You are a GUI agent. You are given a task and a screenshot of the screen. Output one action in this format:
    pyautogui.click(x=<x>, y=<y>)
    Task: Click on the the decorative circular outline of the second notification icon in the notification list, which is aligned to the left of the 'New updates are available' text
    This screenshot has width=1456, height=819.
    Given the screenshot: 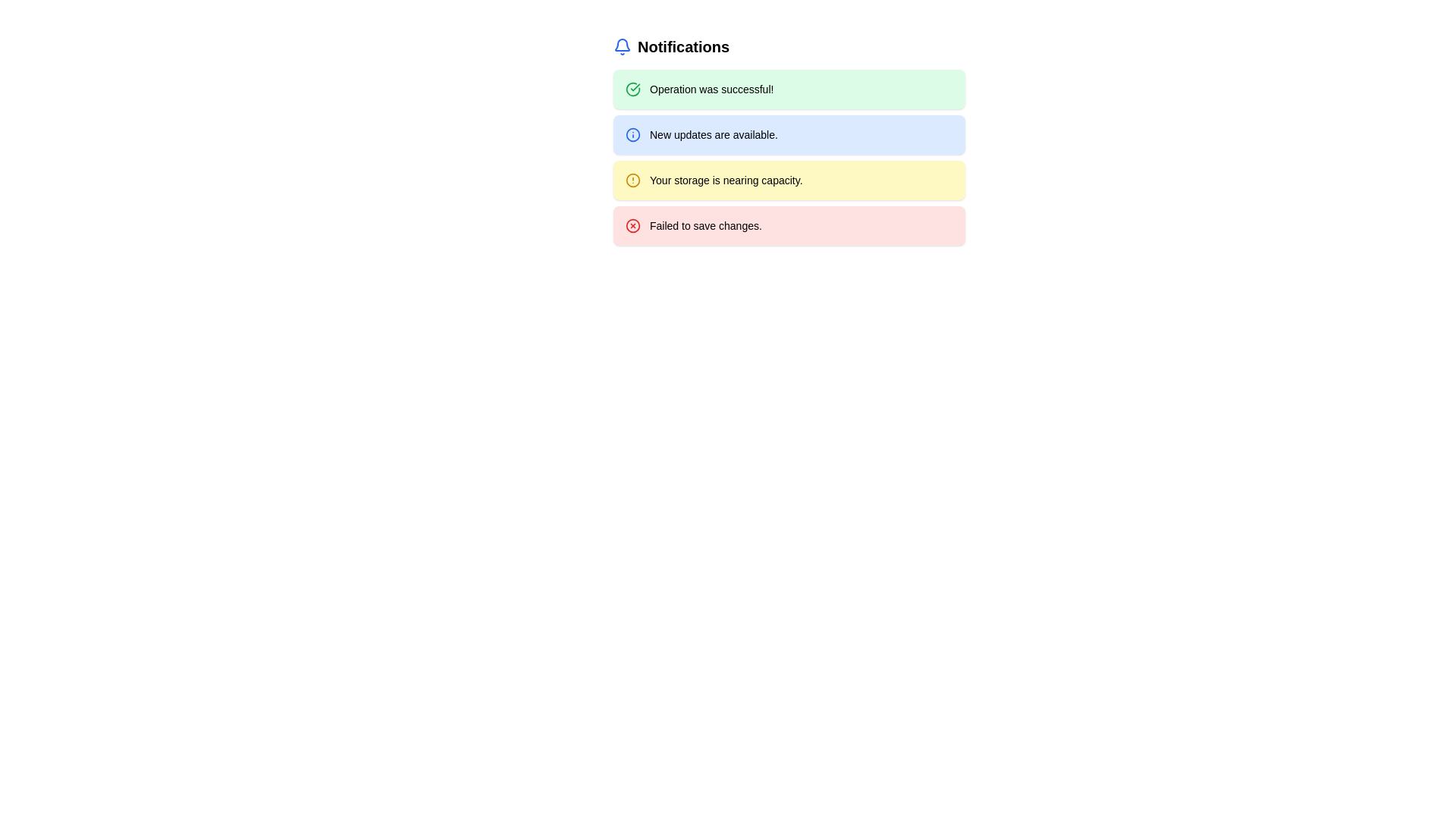 What is the action you would take?
    pyautogui.click(x=633, y=133)
    